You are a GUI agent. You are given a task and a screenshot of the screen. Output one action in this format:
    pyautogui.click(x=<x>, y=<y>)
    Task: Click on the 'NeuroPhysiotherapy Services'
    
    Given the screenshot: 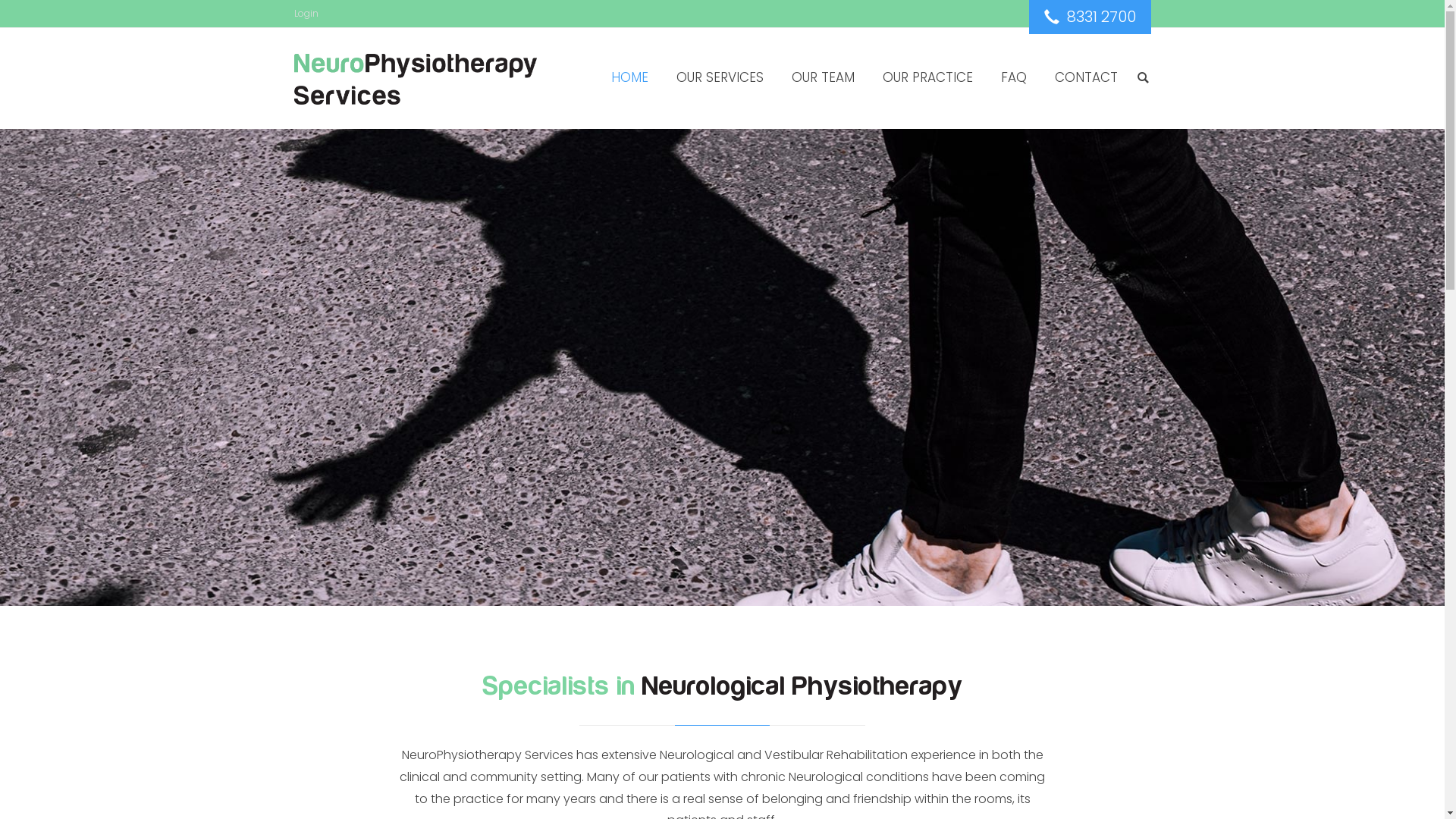 What is the action you would take?
    pyautogui.click(x=415, y=78)
    